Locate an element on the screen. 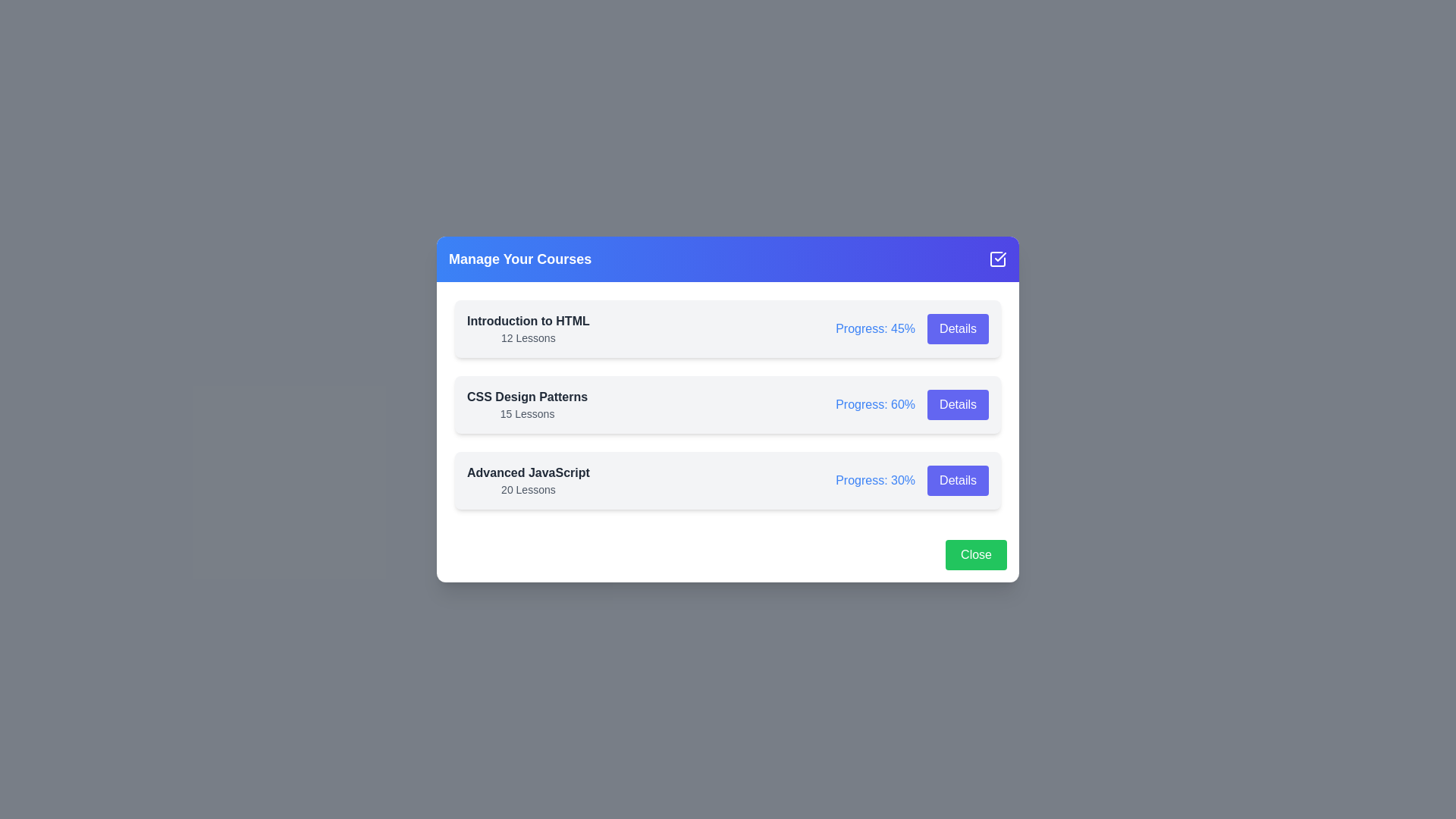  the header close button to close the dialog is located at coordinates (997, 259).